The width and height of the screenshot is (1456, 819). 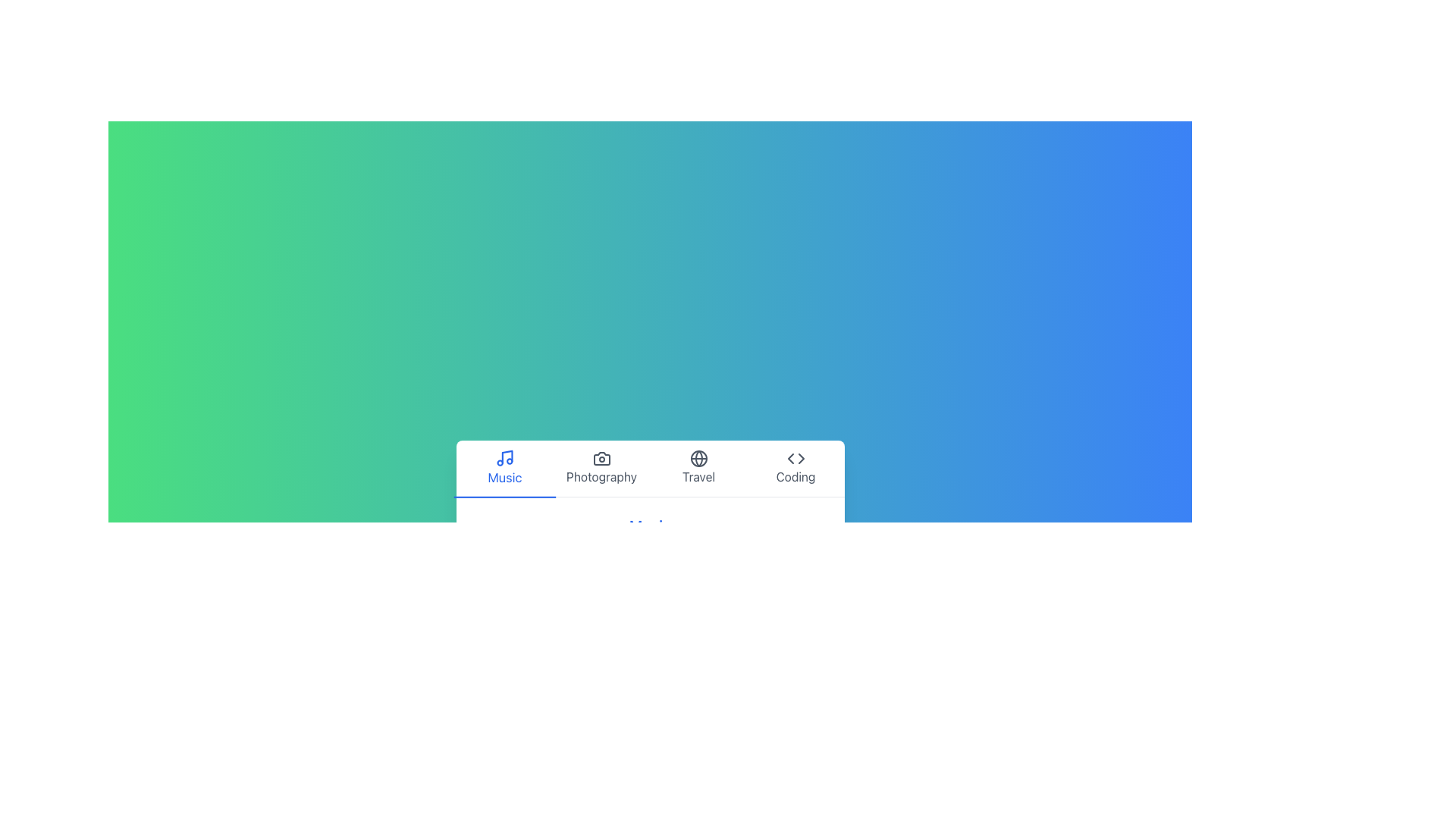 What do you see at coordinates (698, 457) in the screenshot?
I see `the globe icon` at bounding box center [698, 457].